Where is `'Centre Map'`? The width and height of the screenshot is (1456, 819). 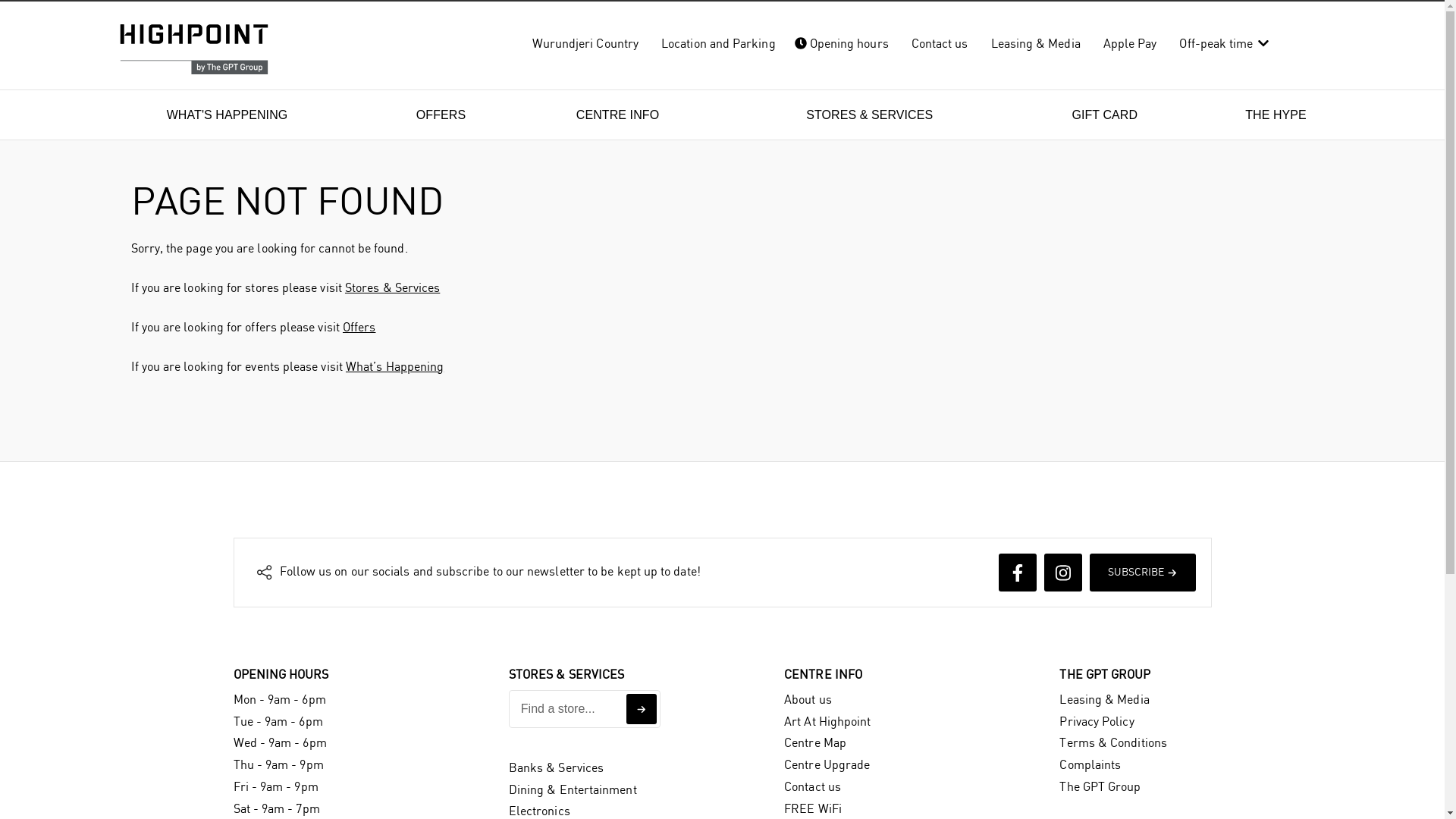 'Centre Map' is located at coordinates (814, 742).